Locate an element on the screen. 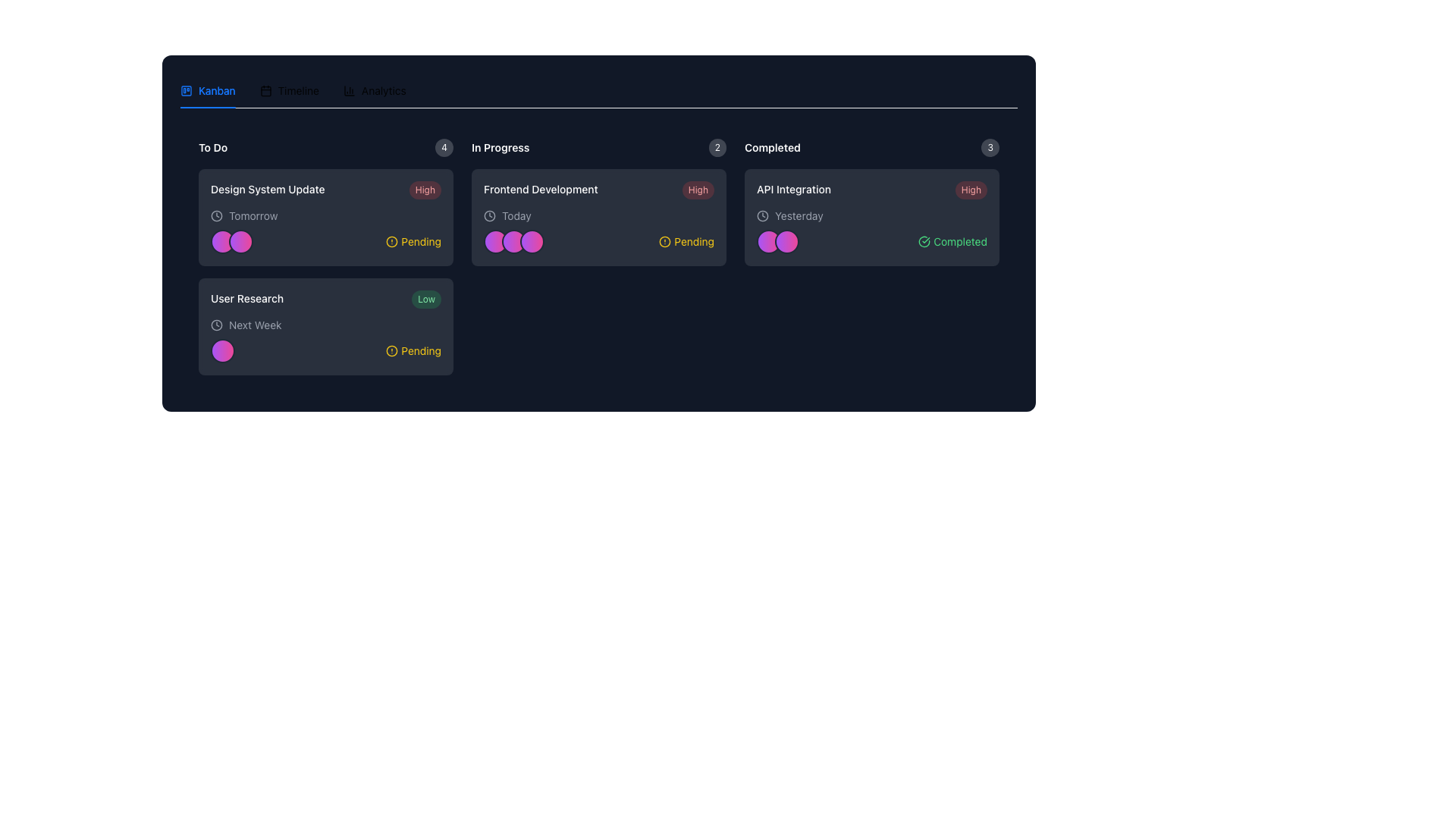 This screenshot has height=819, width=1456. the minimalist clock icon with a circular outline located in the 'To Do' column, positioned to the left of the 'Tomorrow' label is located at coordinates (216, 216).